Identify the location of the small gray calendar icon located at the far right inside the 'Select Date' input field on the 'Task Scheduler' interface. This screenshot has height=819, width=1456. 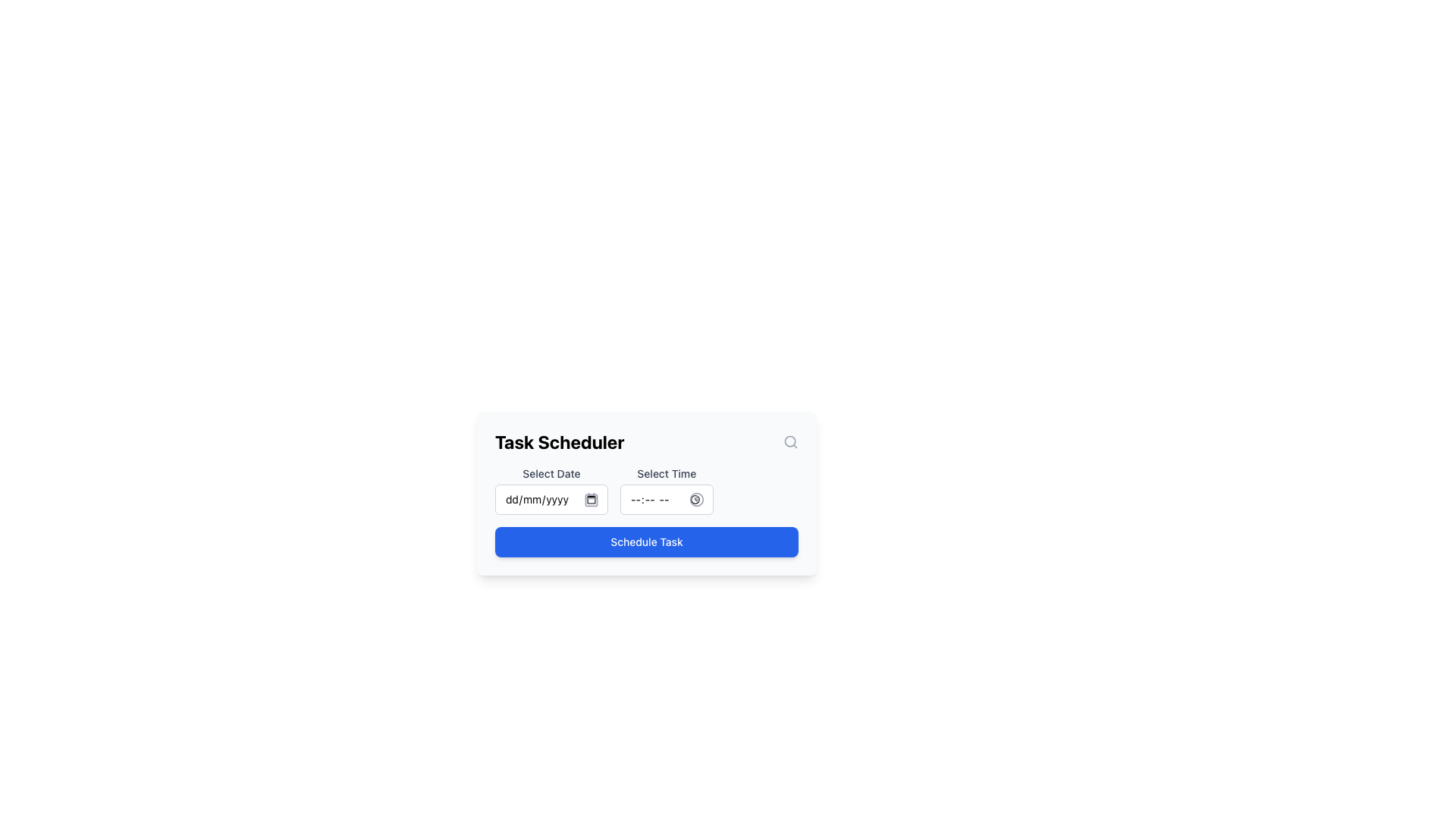
(590, 500).